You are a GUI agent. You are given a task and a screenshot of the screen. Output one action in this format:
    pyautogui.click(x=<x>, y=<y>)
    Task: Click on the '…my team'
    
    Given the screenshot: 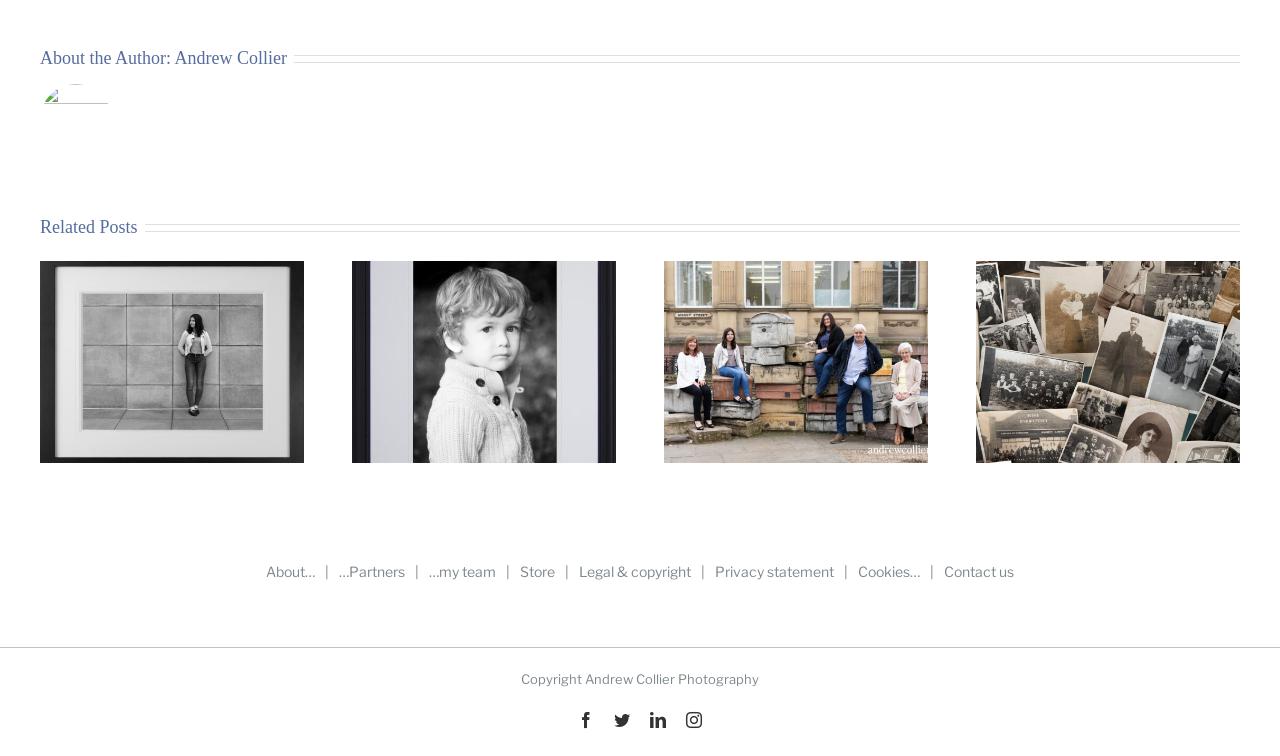 What is the action you would take?
    pyautogui.click(x=461, y=571)
    